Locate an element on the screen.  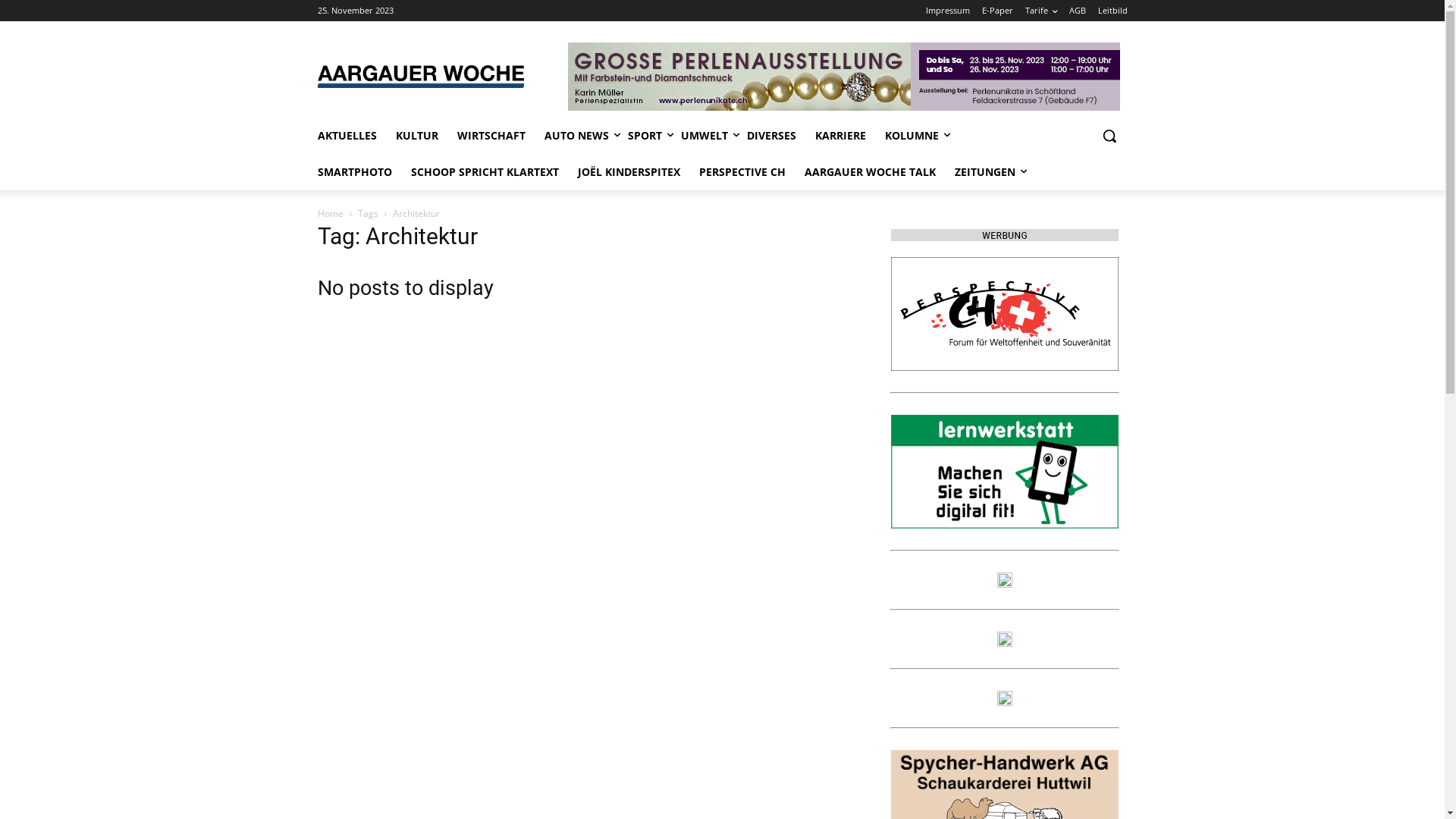
'Tarife' is located at coordinates (1040, 11).